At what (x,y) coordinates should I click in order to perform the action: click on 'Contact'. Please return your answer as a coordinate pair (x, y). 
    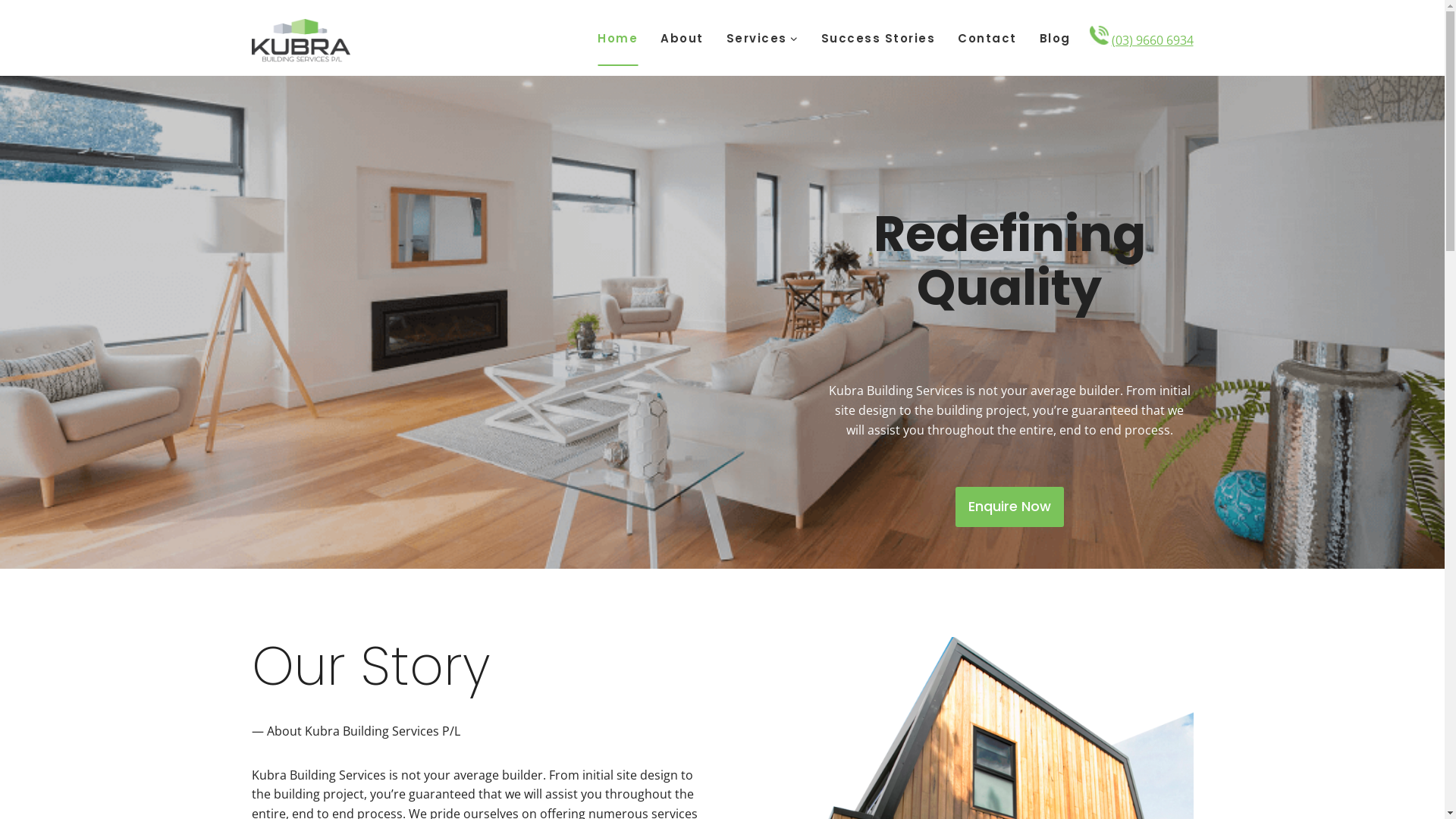
    Looking at the image, I should click on (987, 37).